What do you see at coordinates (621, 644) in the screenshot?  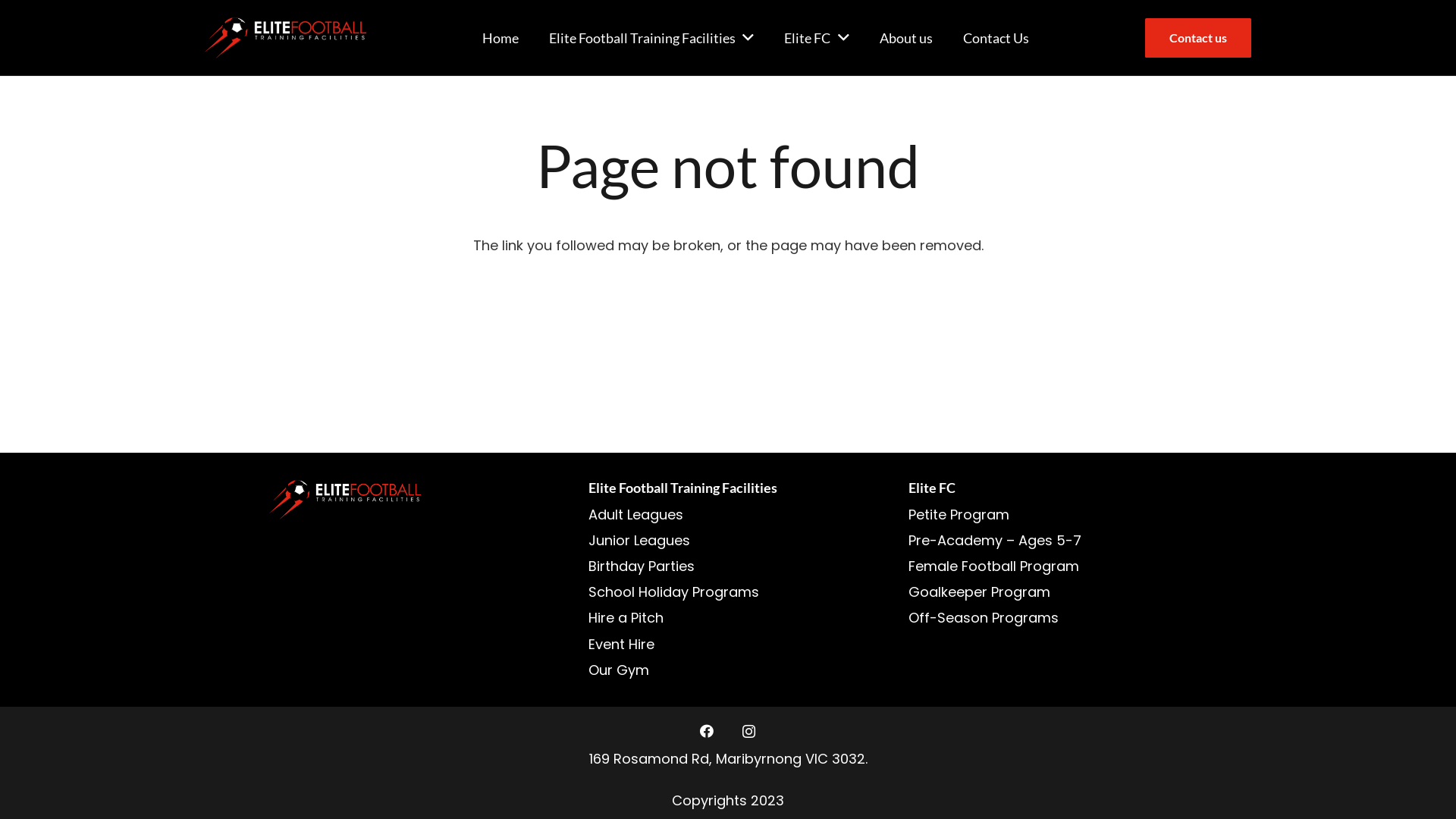 I see `'Event Hire'` at bounding box center [621, 644].